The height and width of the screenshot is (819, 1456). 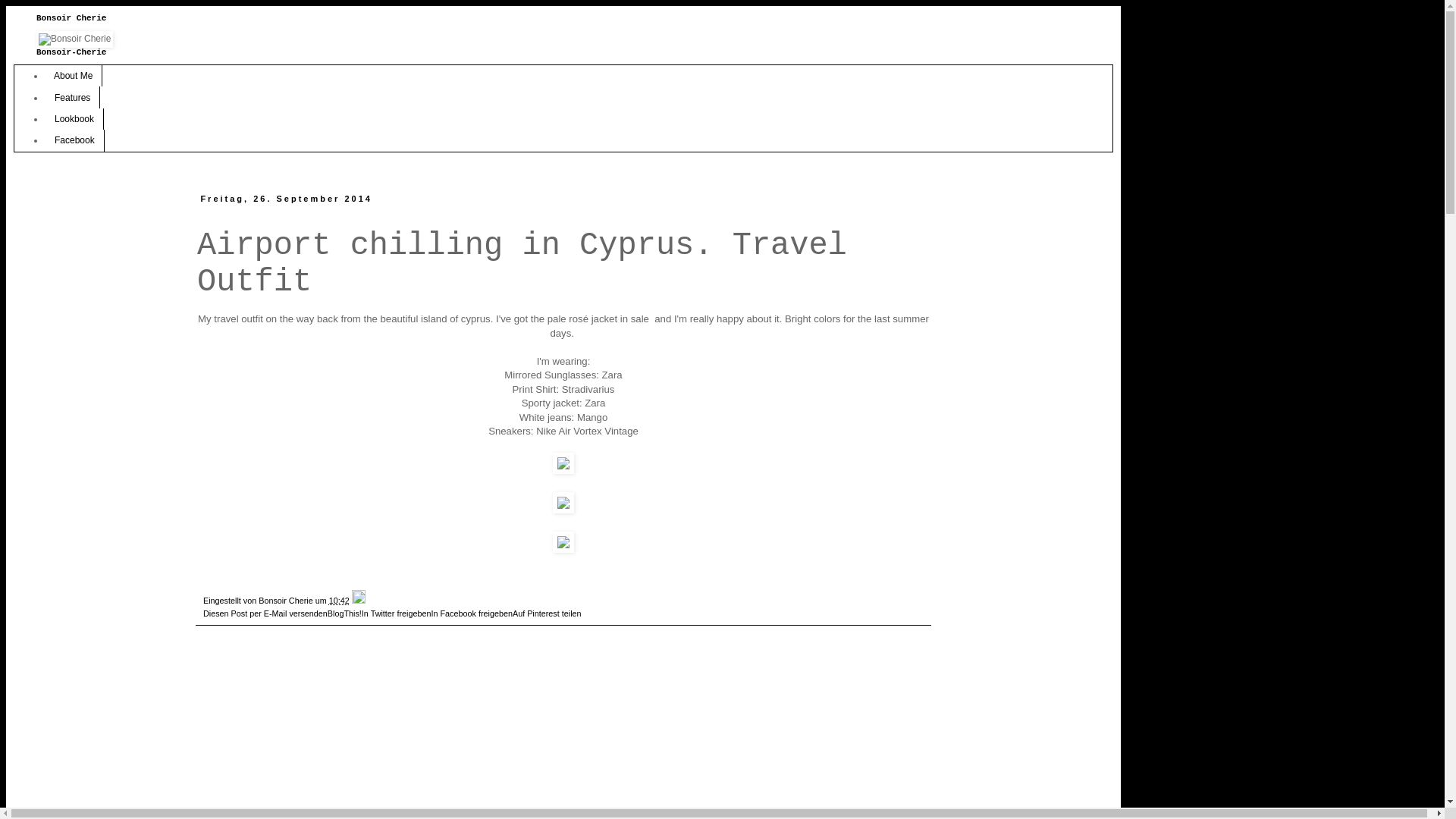 What do you see at coordinates (74, 140) in the screenshot?
I see `'Facebook'` at bounding box center [74, 140].